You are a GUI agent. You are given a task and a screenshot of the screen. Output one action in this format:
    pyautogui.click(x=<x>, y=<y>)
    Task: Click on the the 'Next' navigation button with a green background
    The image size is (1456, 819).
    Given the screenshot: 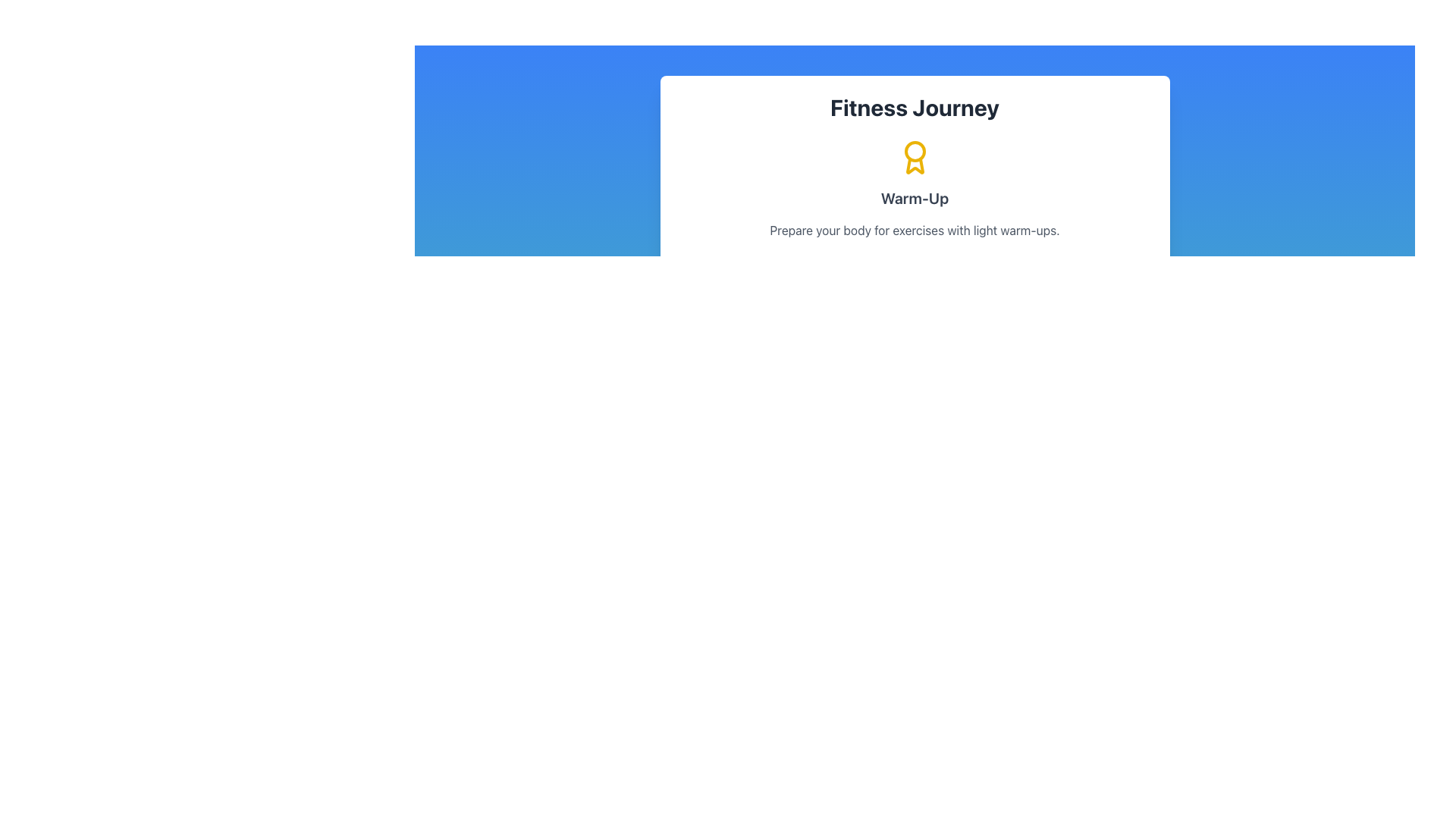 What is the action you would take?
    pyautogui.click(x=914, y=281)
    